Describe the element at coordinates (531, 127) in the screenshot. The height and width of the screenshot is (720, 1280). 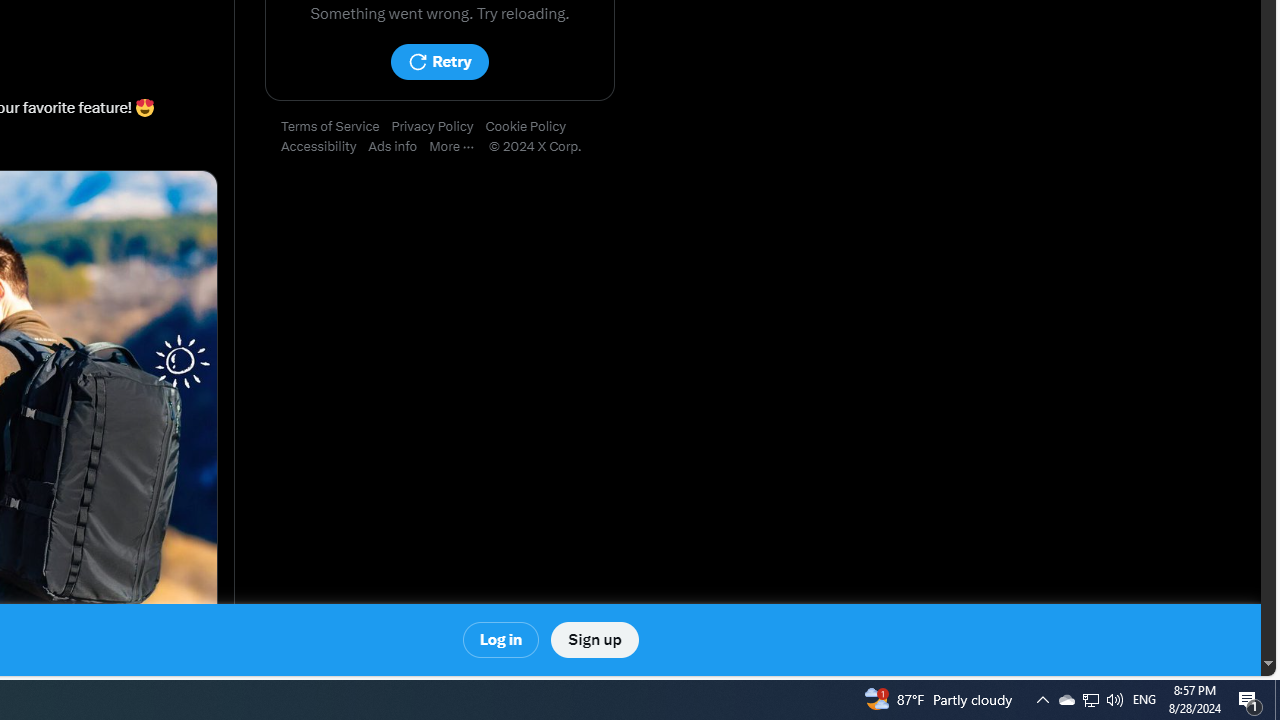
I see `'Cookie Policy'` at that location.